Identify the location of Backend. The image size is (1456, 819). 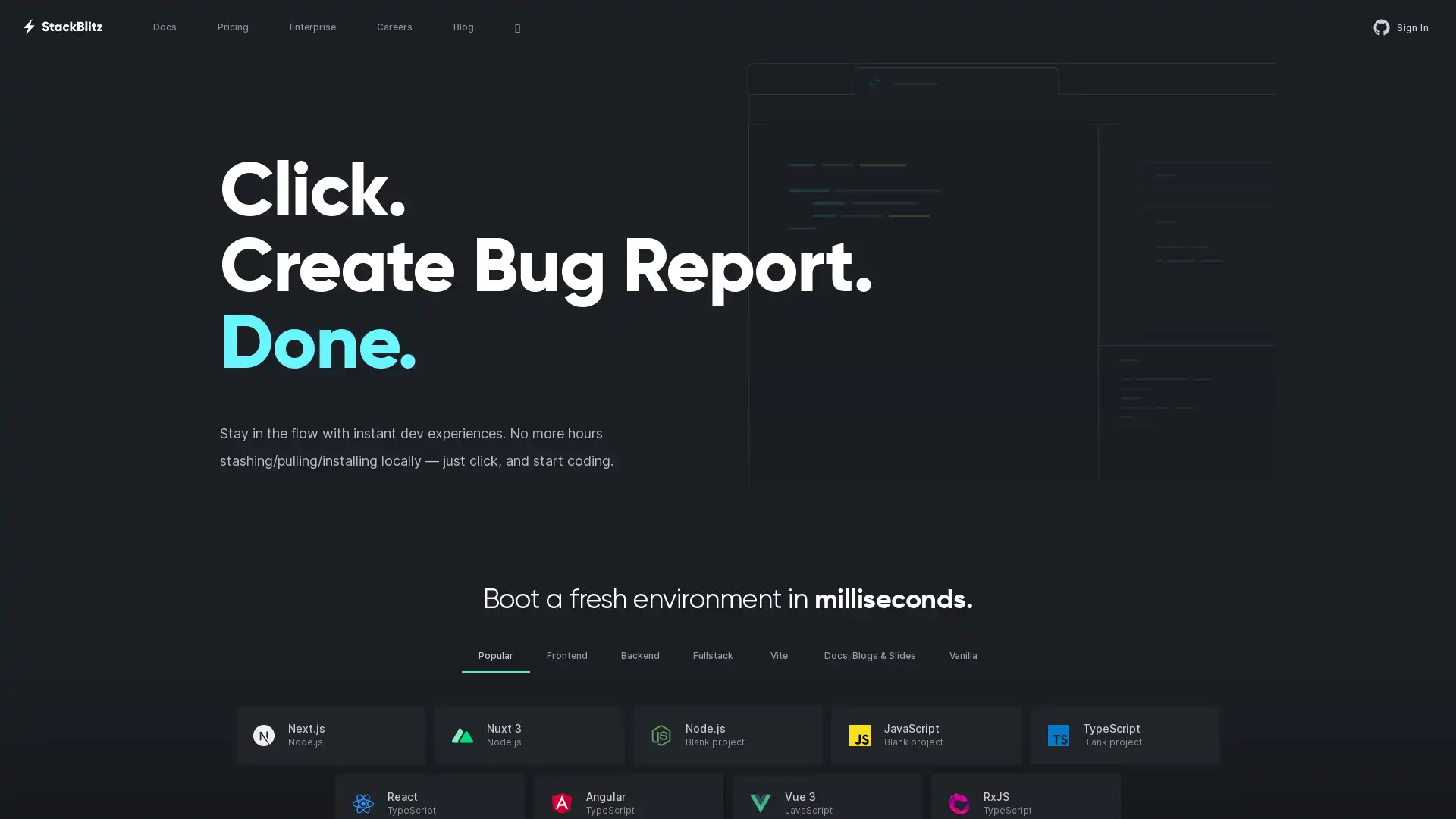
(640, 654).